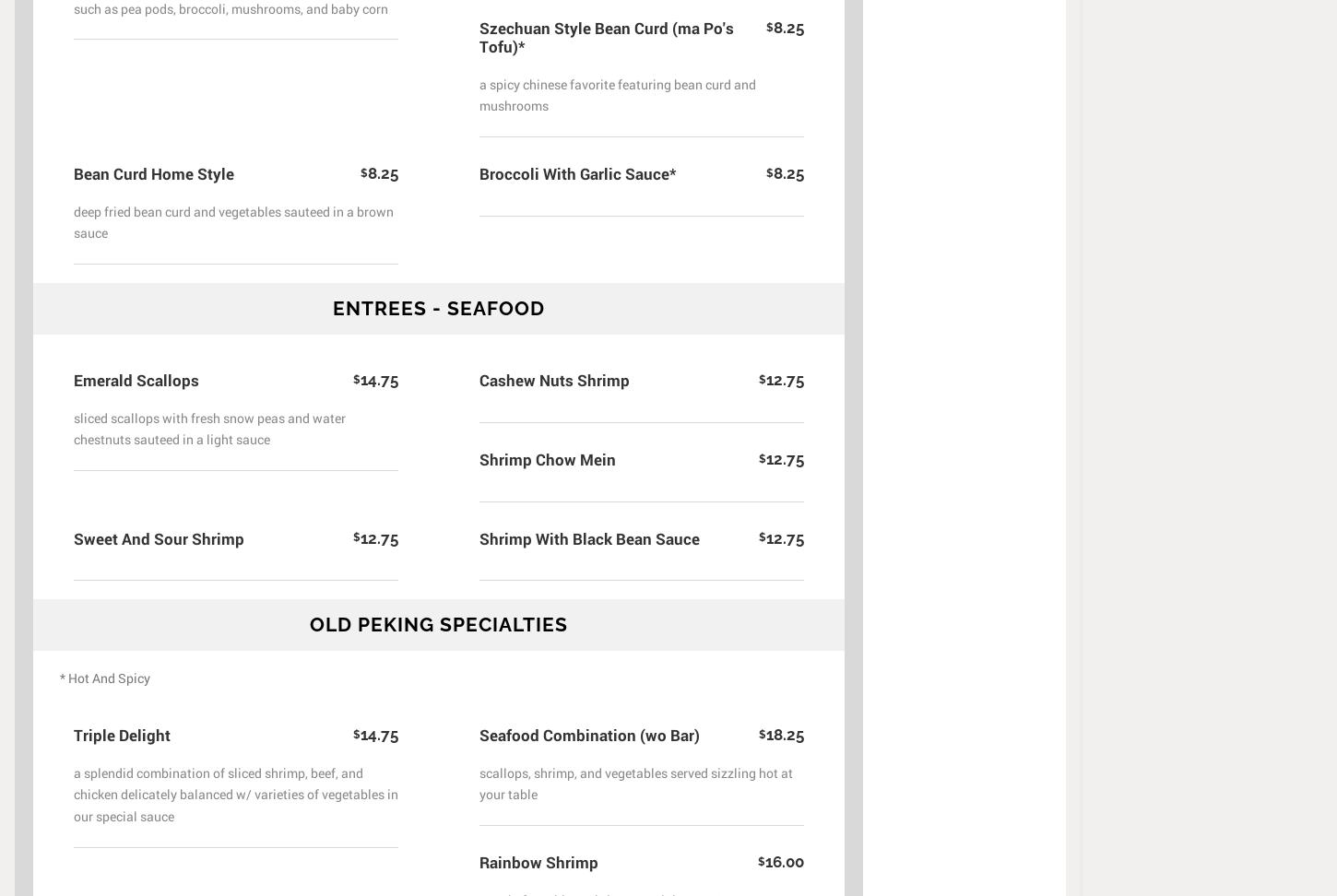  Describe the element at coordinates (236, 794) in the screenshot. I see `'a splendid combination of sliced shrimp, beef, and chicken delicately balanced w/ varieties of vegetables in our special sauce'` at that location.